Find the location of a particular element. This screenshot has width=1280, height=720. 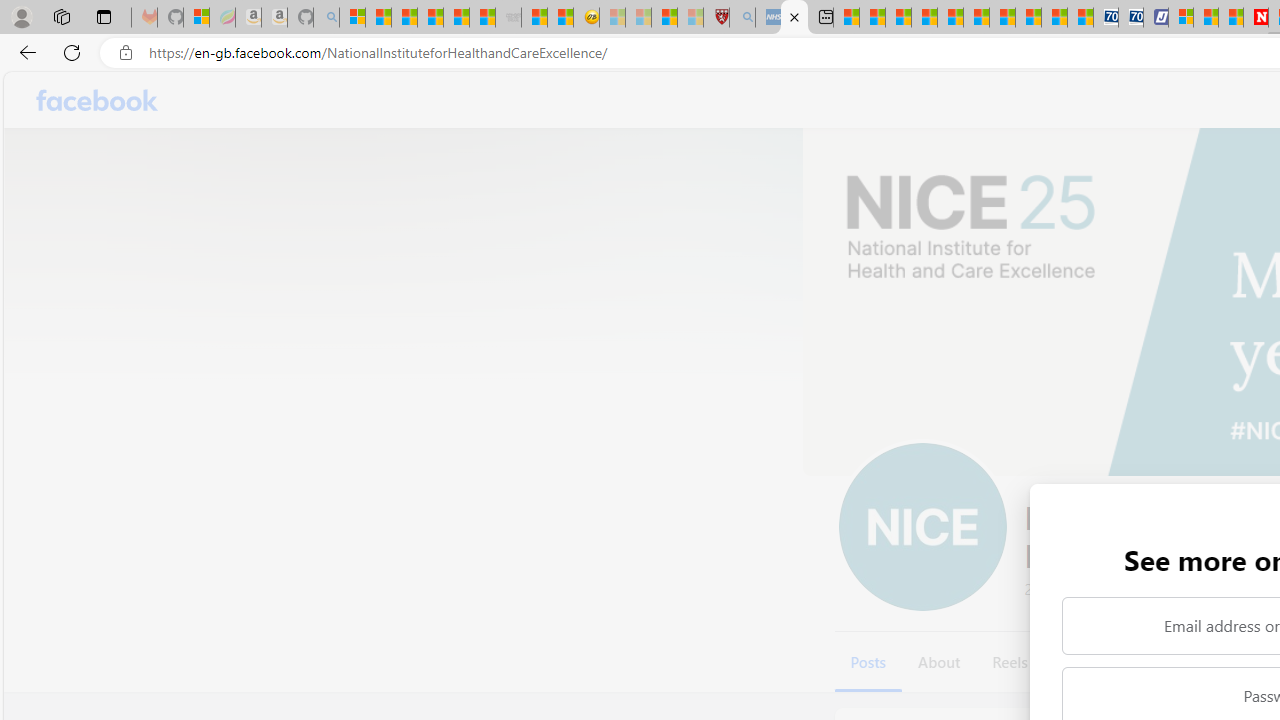

'The Weather Channel - MSN' is located at coordinates (403, 17).